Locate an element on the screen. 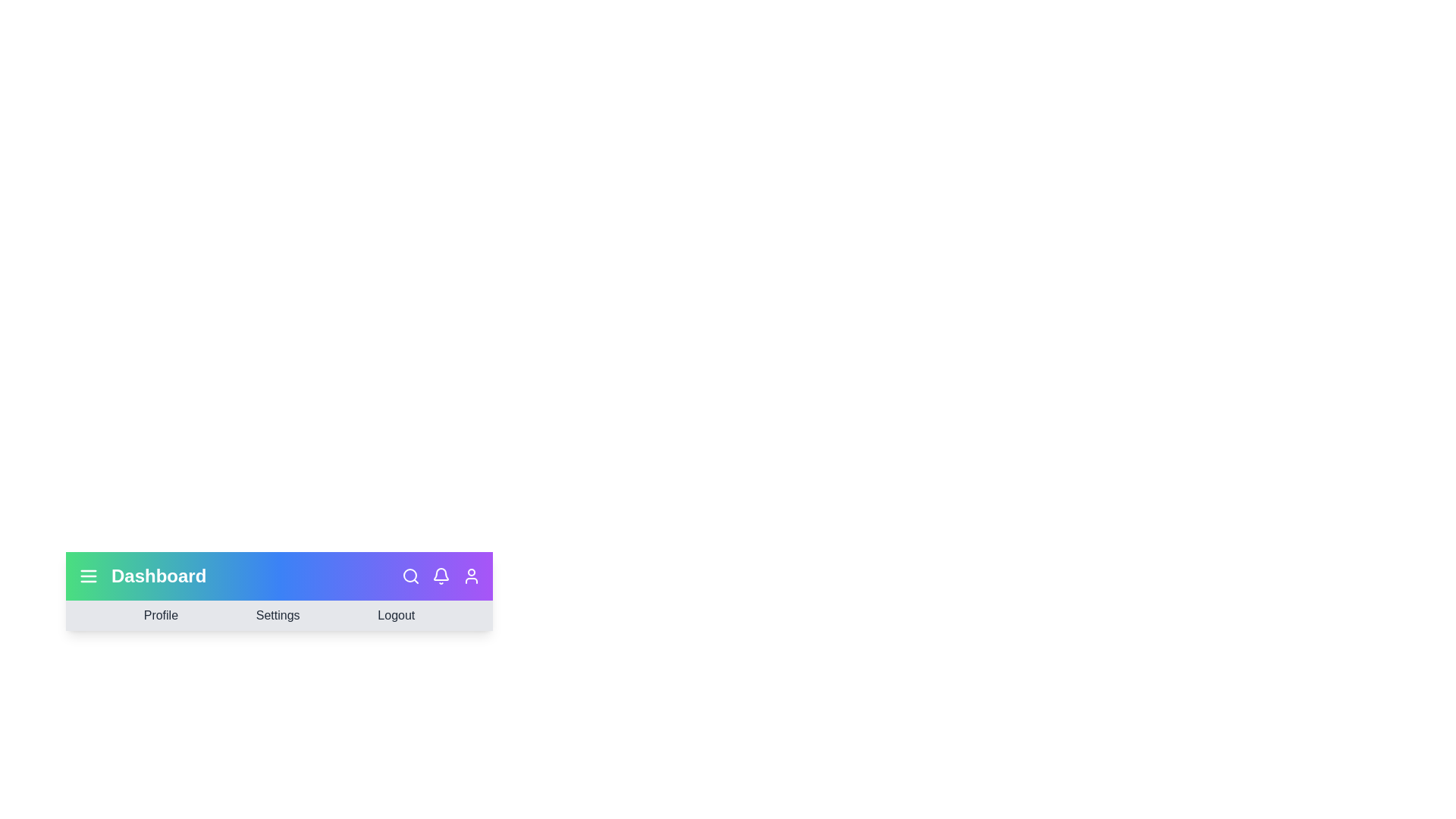  the 'Logout' menu item is located at coordinates (396, 616).